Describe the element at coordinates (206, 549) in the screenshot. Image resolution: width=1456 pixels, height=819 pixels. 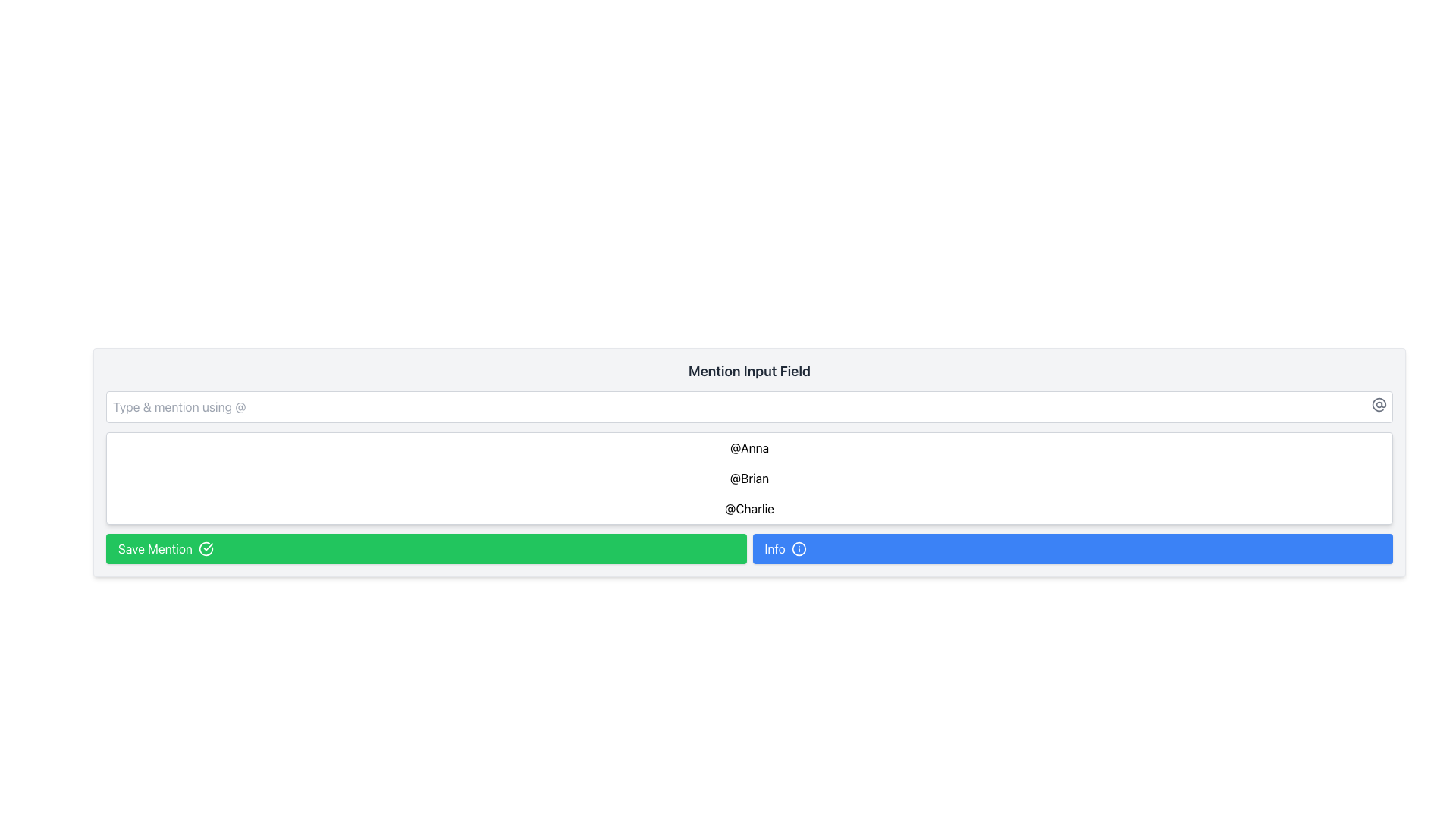
I see `the state represented by the circular icon with a checkmark inside, styled with a green background, which is located to the right of the 'Save Mention' text button` at that location.